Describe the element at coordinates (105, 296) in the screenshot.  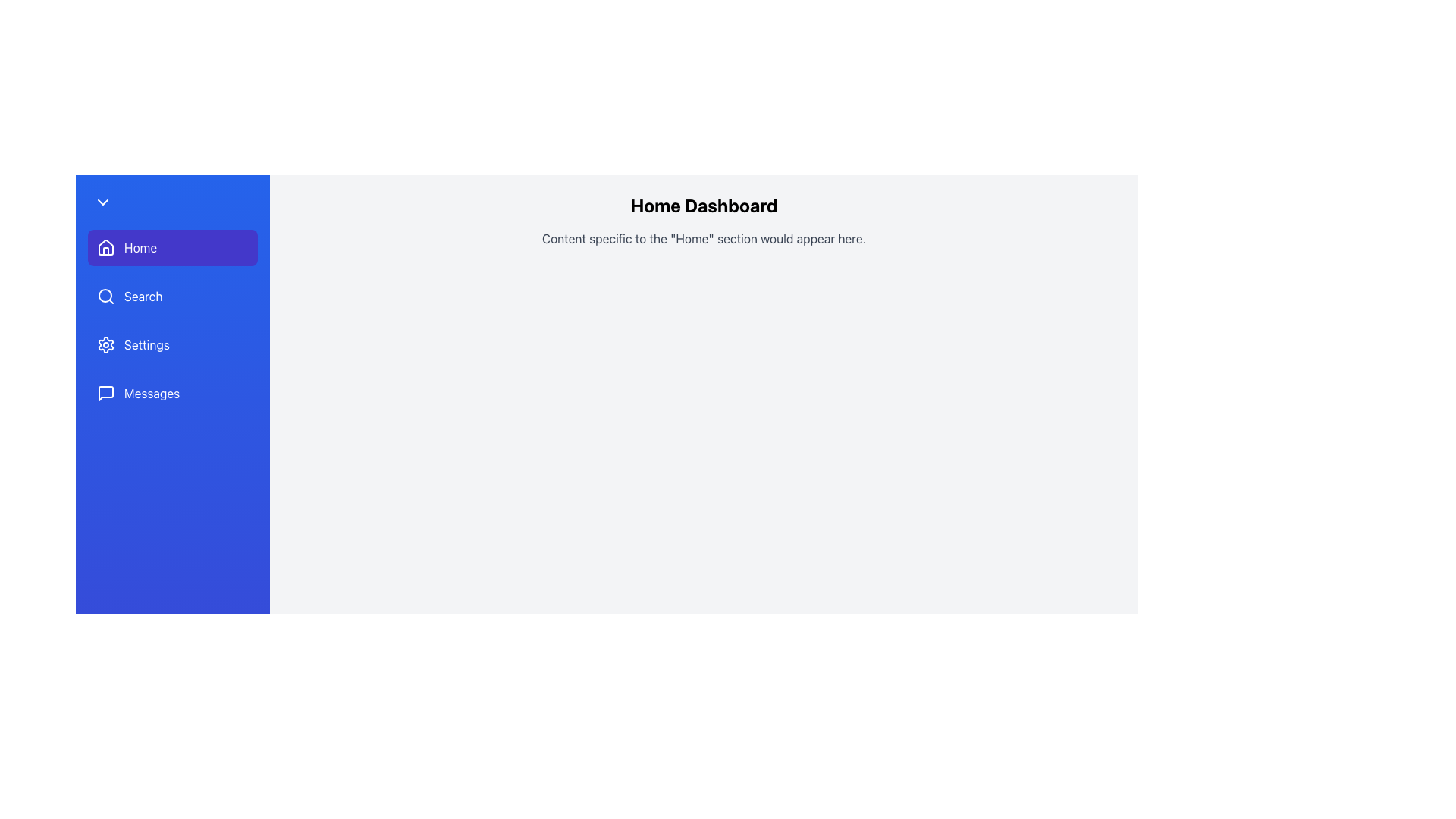
I see `the magnifying glass icon, which is styled in white against a blue background and is located within the navigation bar on the left side of the interface, serving as the first visual element inside the 'Search' button` at that location.